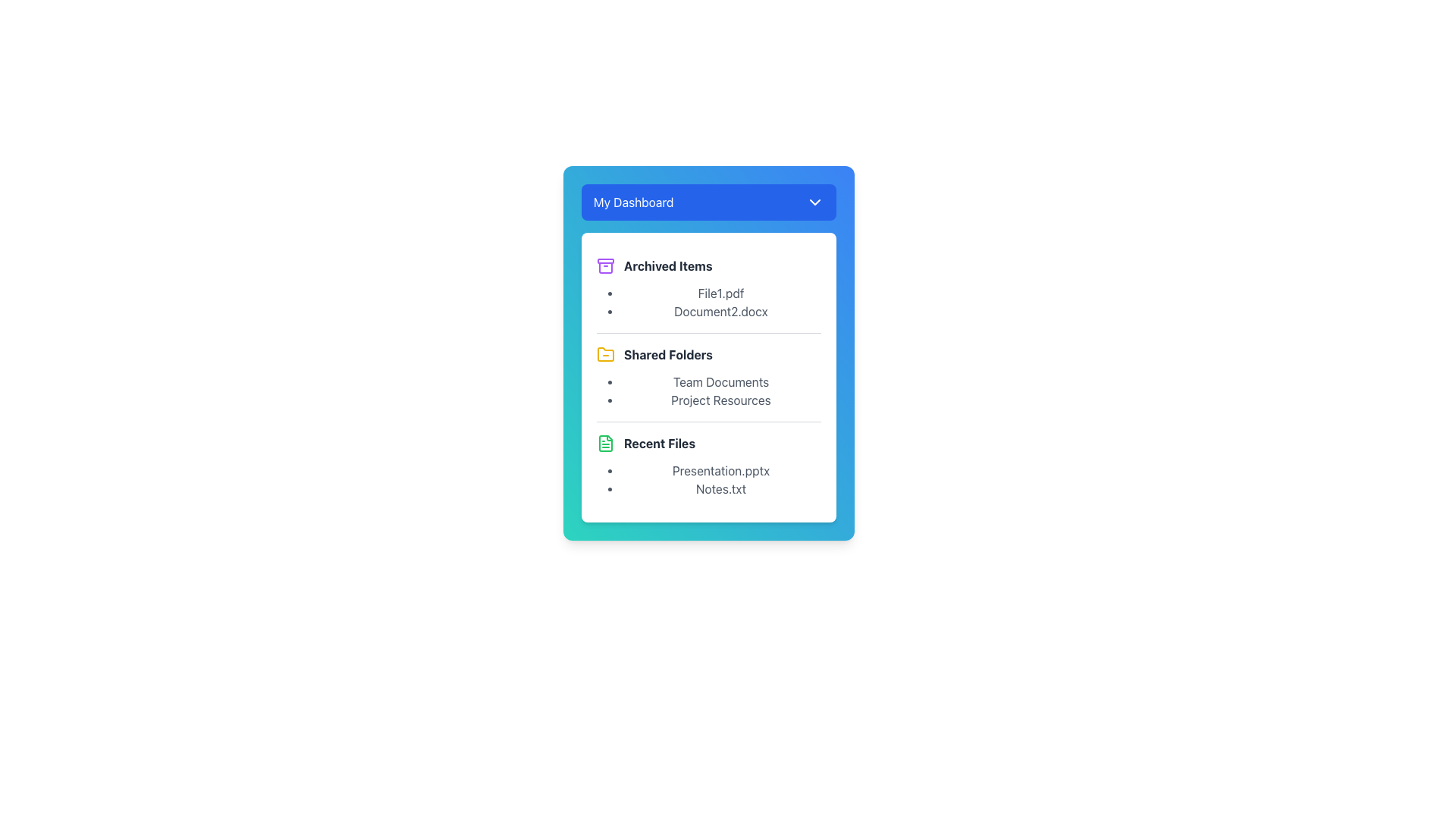 The width and height of the screenshot is (1456, 819). I want to click on the downward-pointing chevron arrow icon located on the right-hand side of the 'My Dashboard' blue header bar, so click(814, 201).